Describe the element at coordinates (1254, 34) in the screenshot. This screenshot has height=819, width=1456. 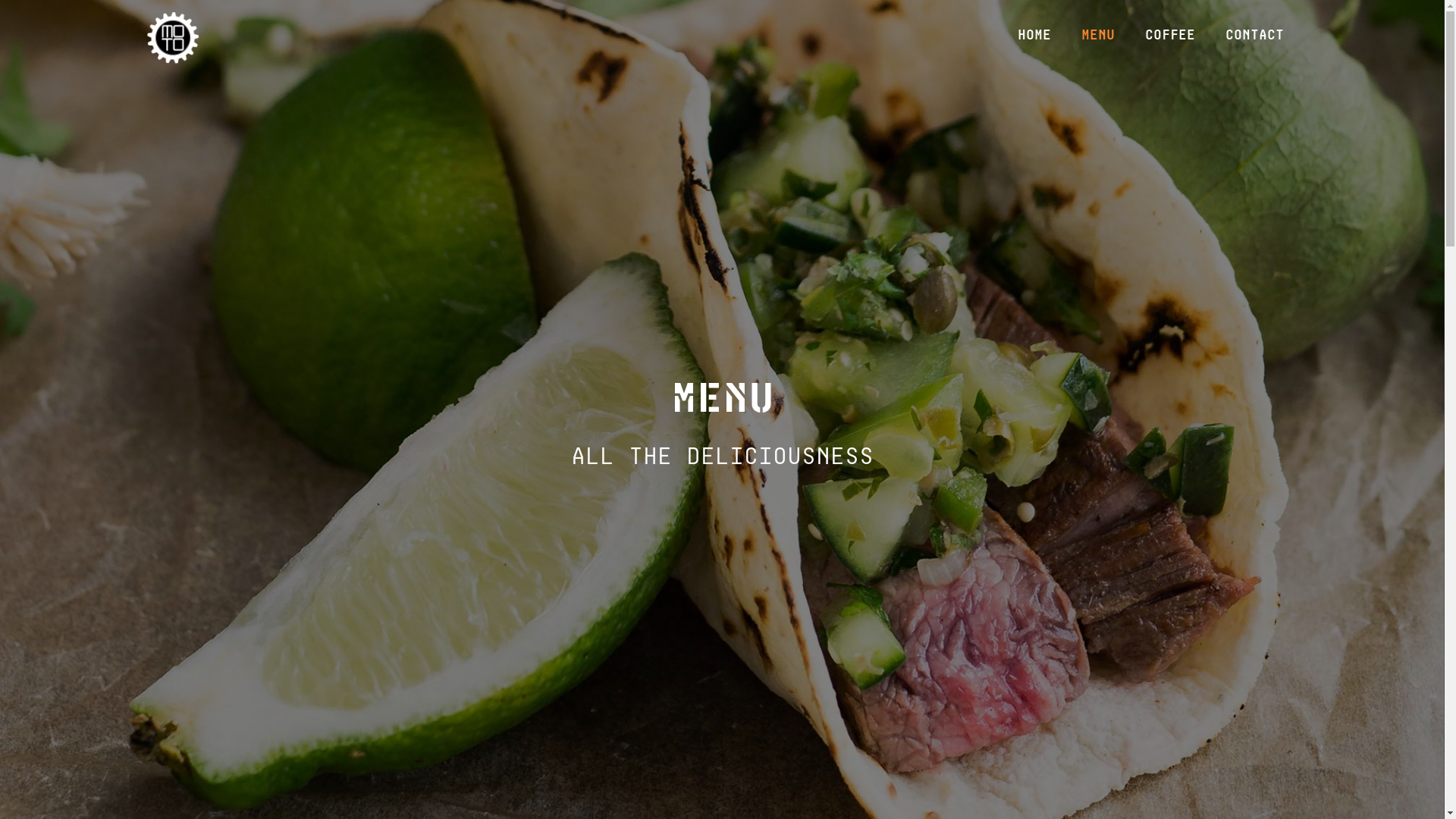
I see `'Contact'` at that location.